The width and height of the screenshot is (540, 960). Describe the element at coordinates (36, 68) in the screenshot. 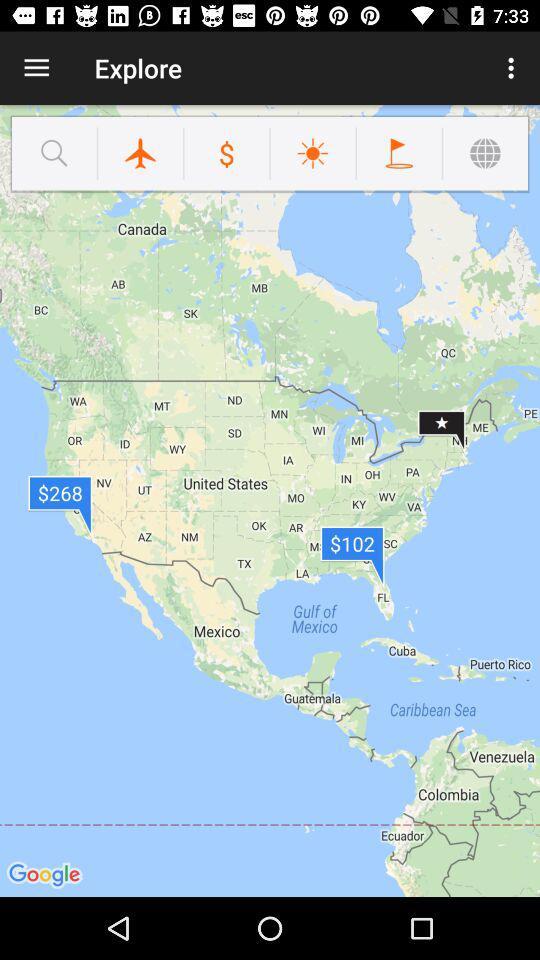

I see `icon to the left of the explore` at that location.